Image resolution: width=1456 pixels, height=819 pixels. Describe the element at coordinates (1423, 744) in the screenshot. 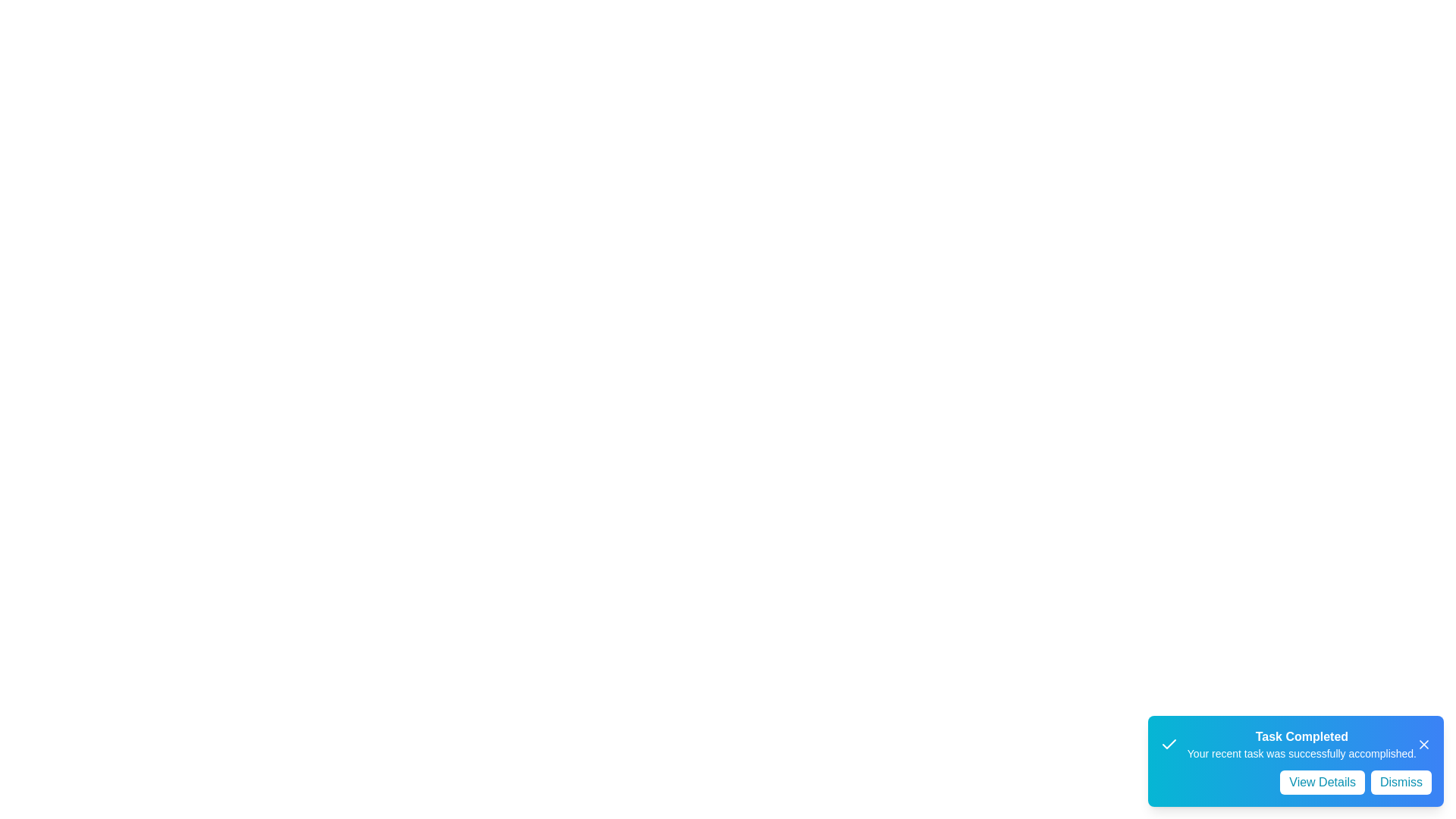

I see `the close button located at the top-right corner of the notification box titled 'Task Completed'` at that location.